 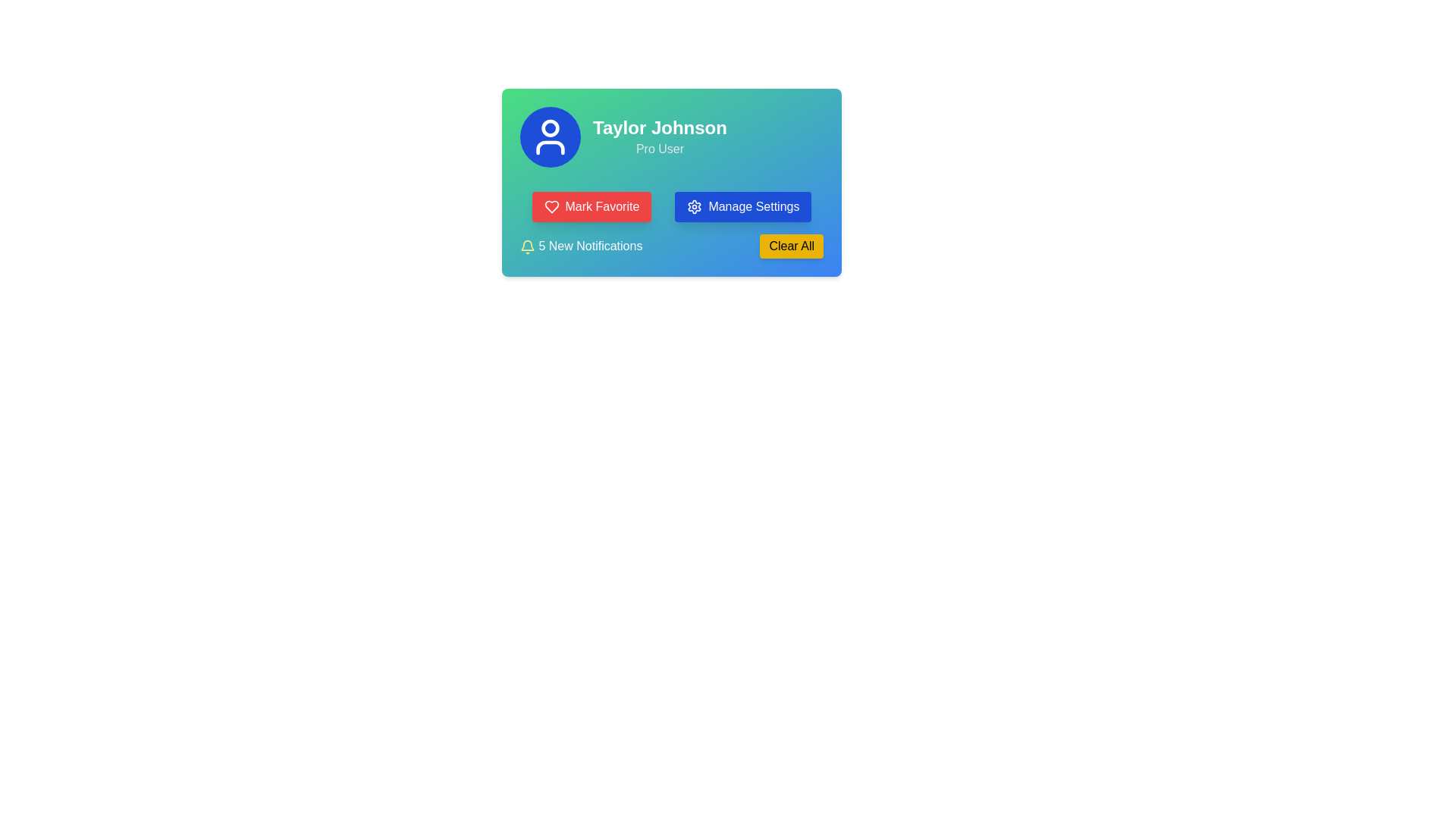 What do you see at coordinates (660, 127) in the screenshot?
I see `the text label displaying 'Taylor Johnson', which is styled in bold, large white font and positioned at the top center of the user profile card interface` at bounding box center [660, 127].